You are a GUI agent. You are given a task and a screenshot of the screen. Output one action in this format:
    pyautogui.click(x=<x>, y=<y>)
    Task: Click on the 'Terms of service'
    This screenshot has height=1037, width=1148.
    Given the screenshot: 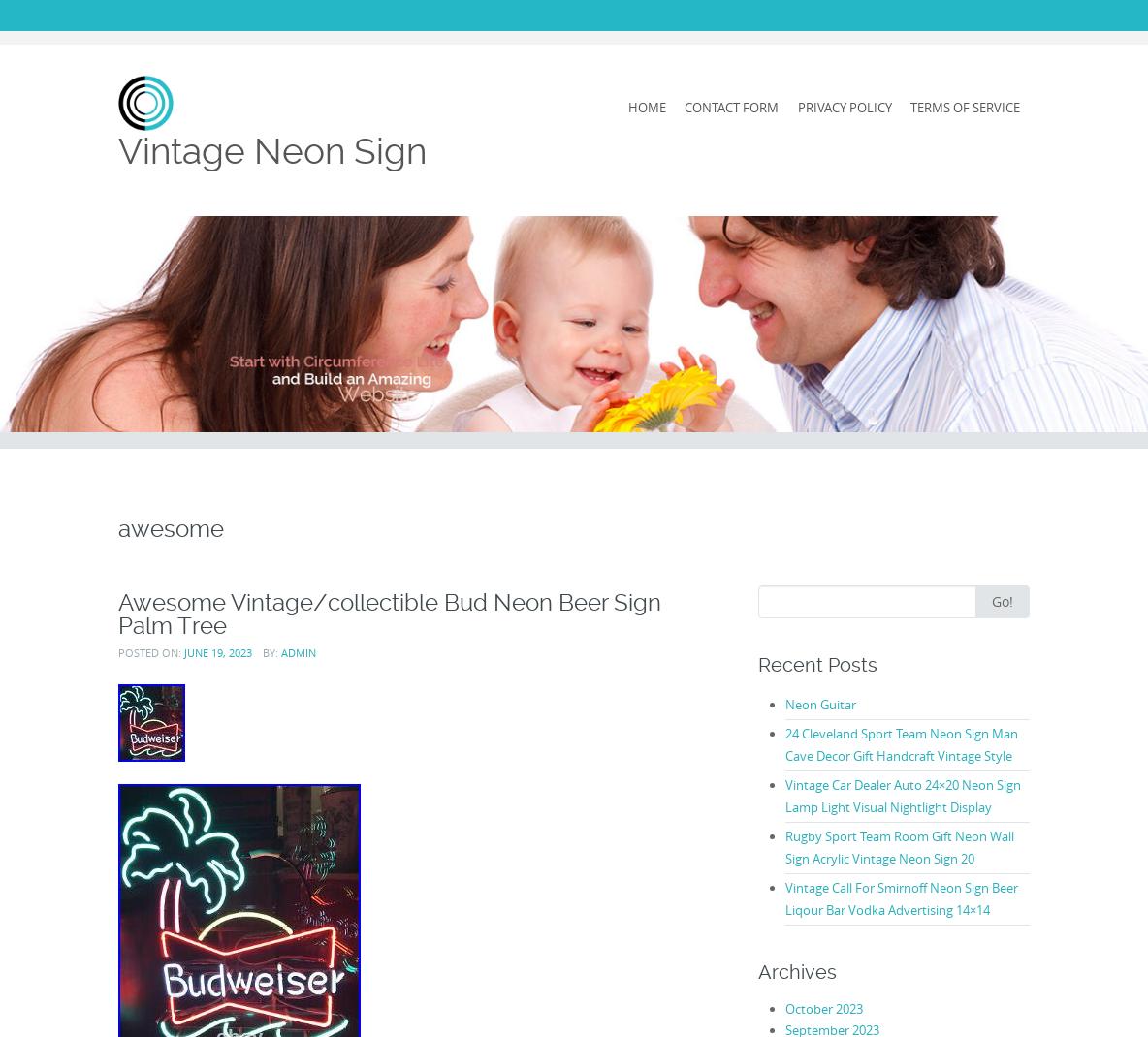 What is the action you would take?
    pyautogui.click(x=965, y=107)
    